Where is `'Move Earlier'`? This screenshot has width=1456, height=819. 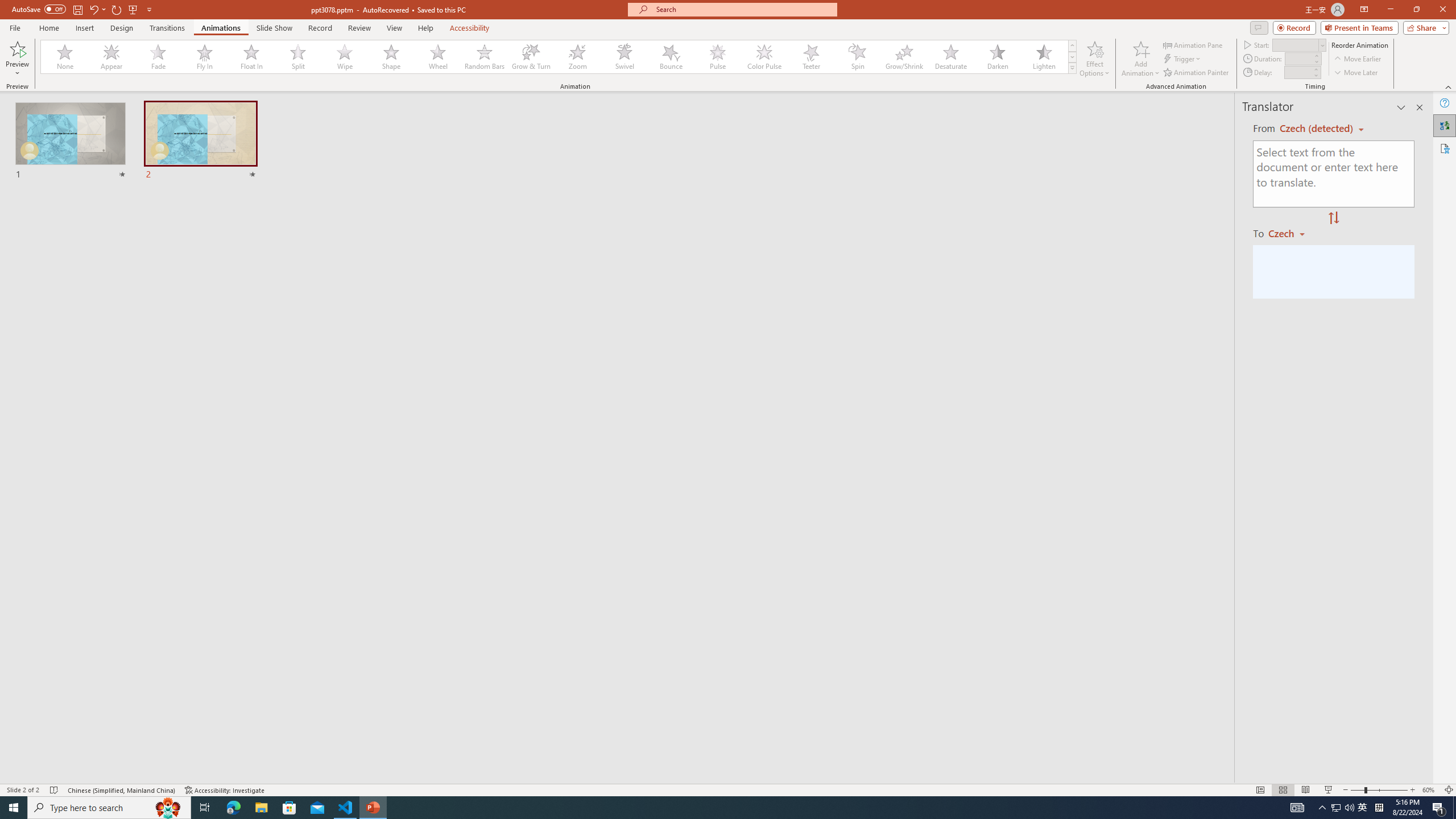 'Move Earlier' is located at coordinates (1357, 59).